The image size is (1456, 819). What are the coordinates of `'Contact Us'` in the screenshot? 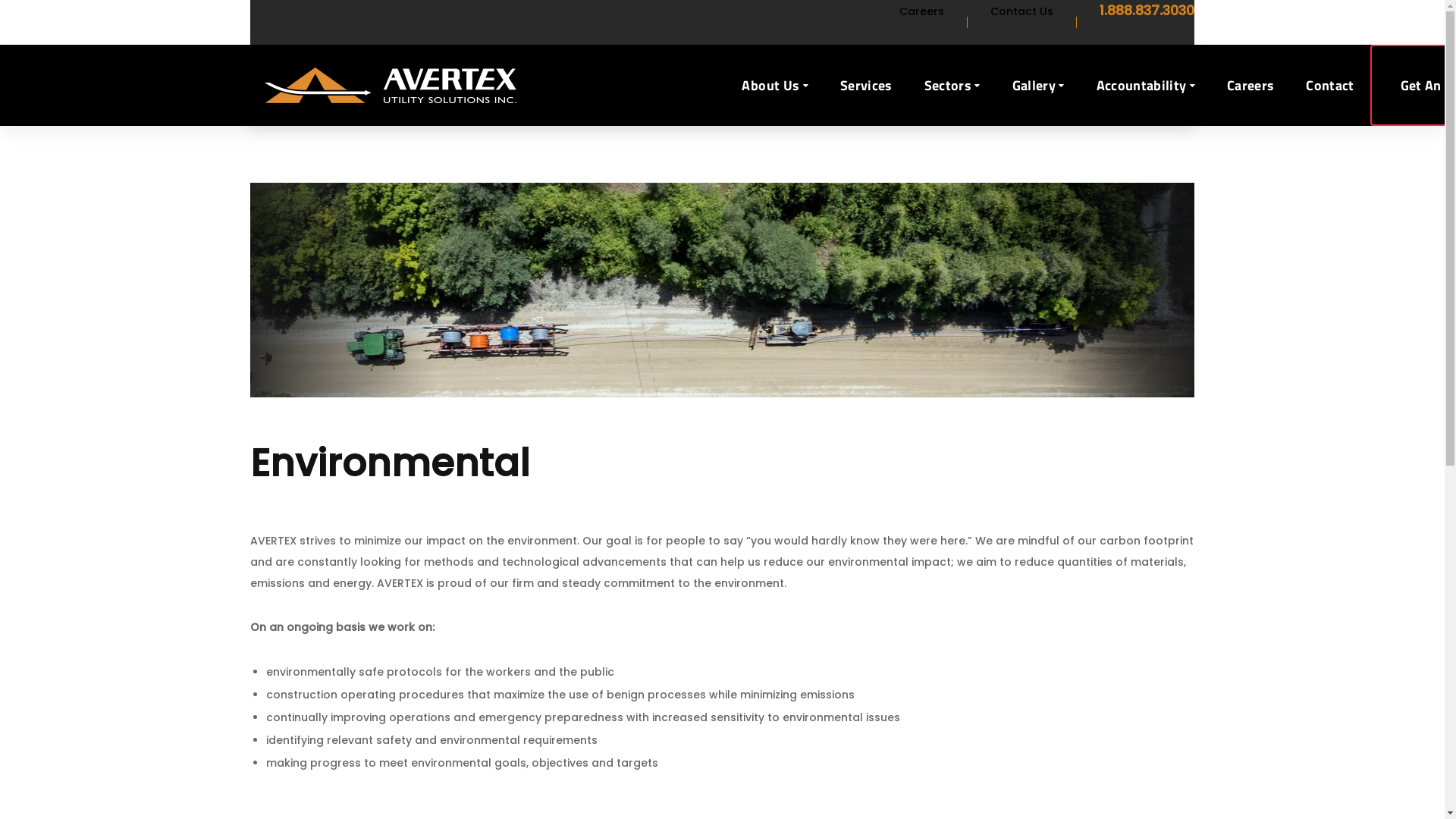 It's located at (1021, 11).